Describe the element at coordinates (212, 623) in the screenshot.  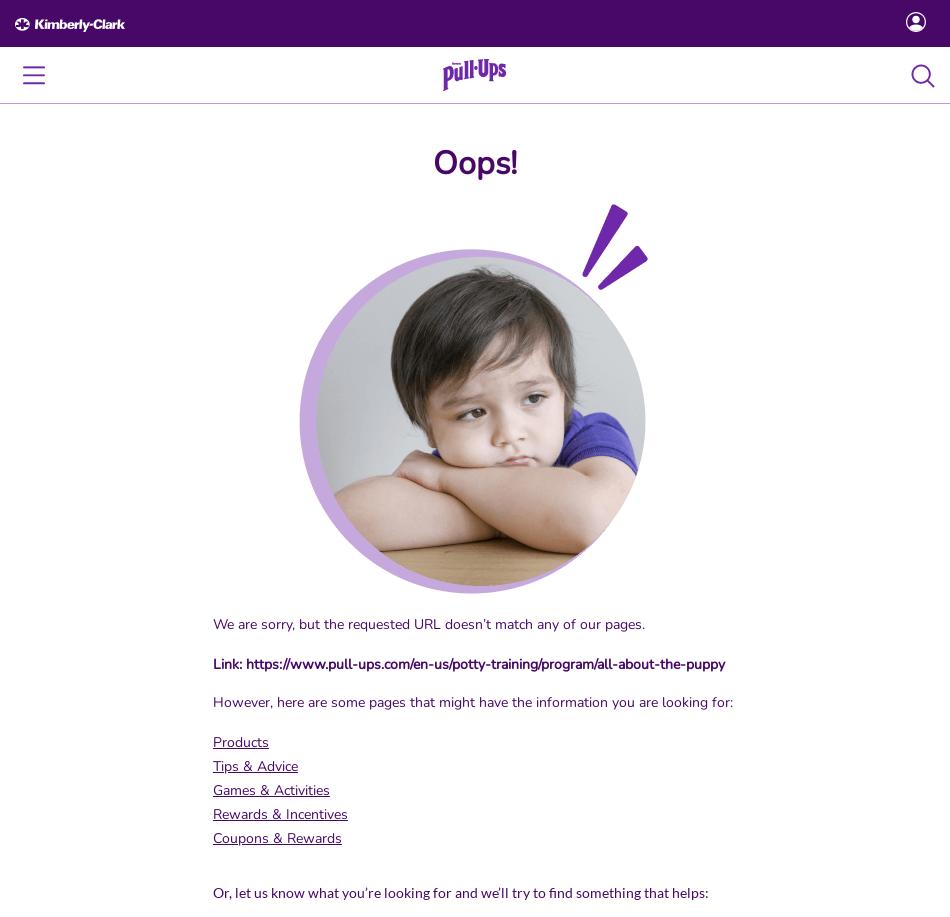
I see `'We are sorry, but the requested URL doesn’t match any of our pages.'` at that location.